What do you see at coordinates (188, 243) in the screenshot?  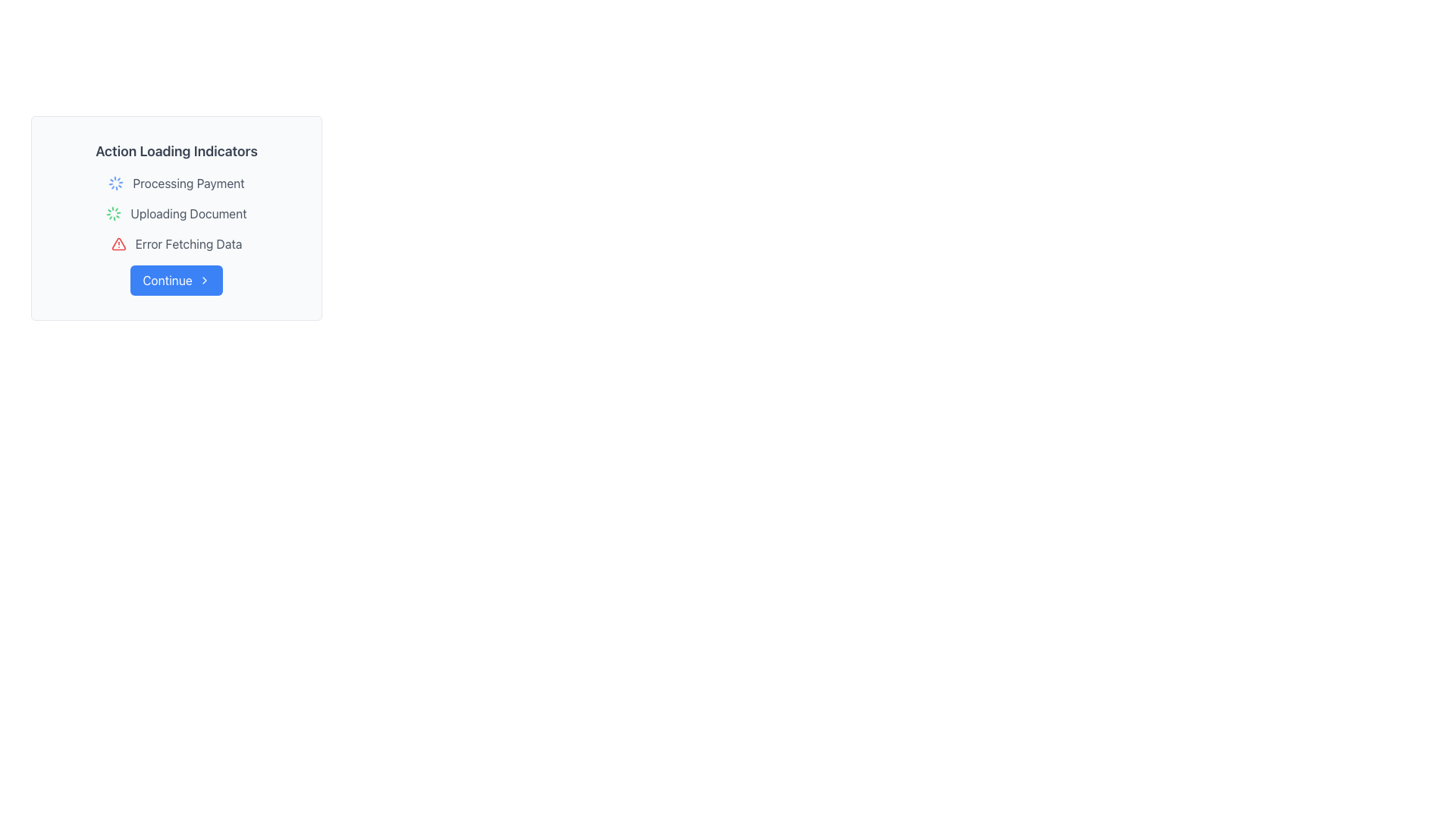 I see `the third text label that displays an error message, located under the 'Processing Payment' and 'Uploading Document' indicators, and above the 'Continue' button` at bounding box center [188, 243].